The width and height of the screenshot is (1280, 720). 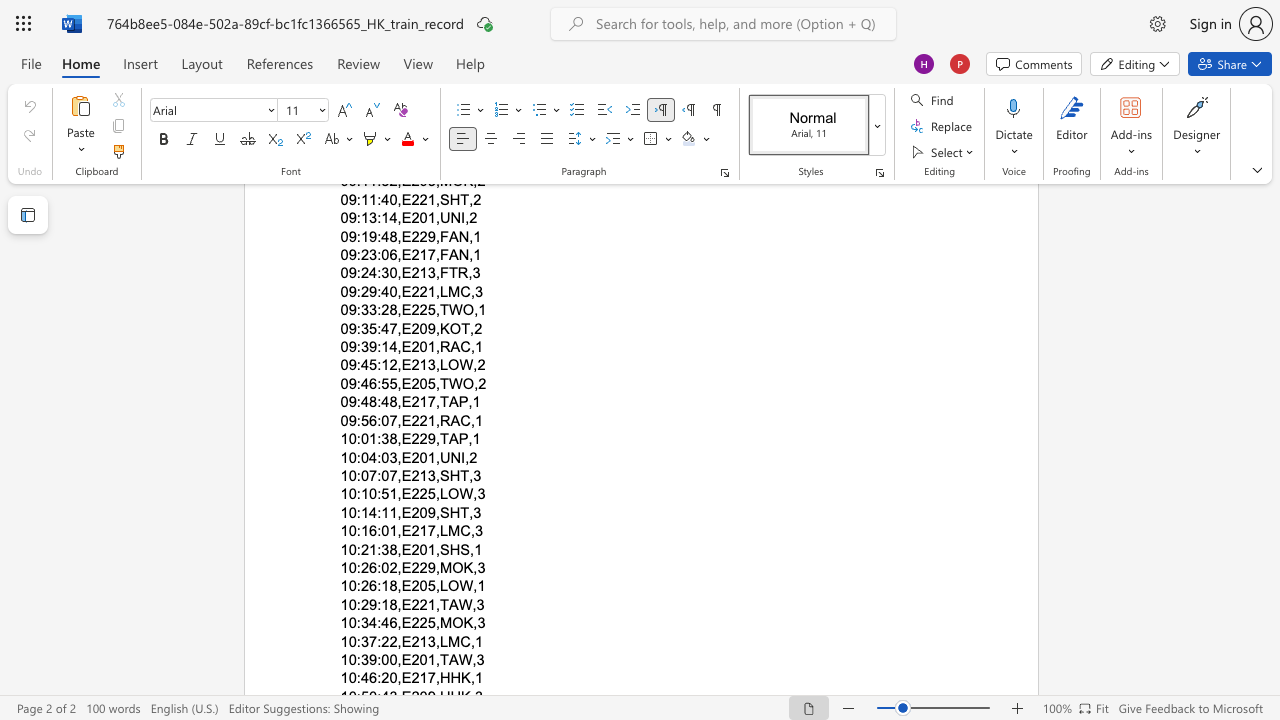 I want to click on the subset text "SHT," within the text "10:14:11,E209,SHT,3", so click(x=438, y=511).